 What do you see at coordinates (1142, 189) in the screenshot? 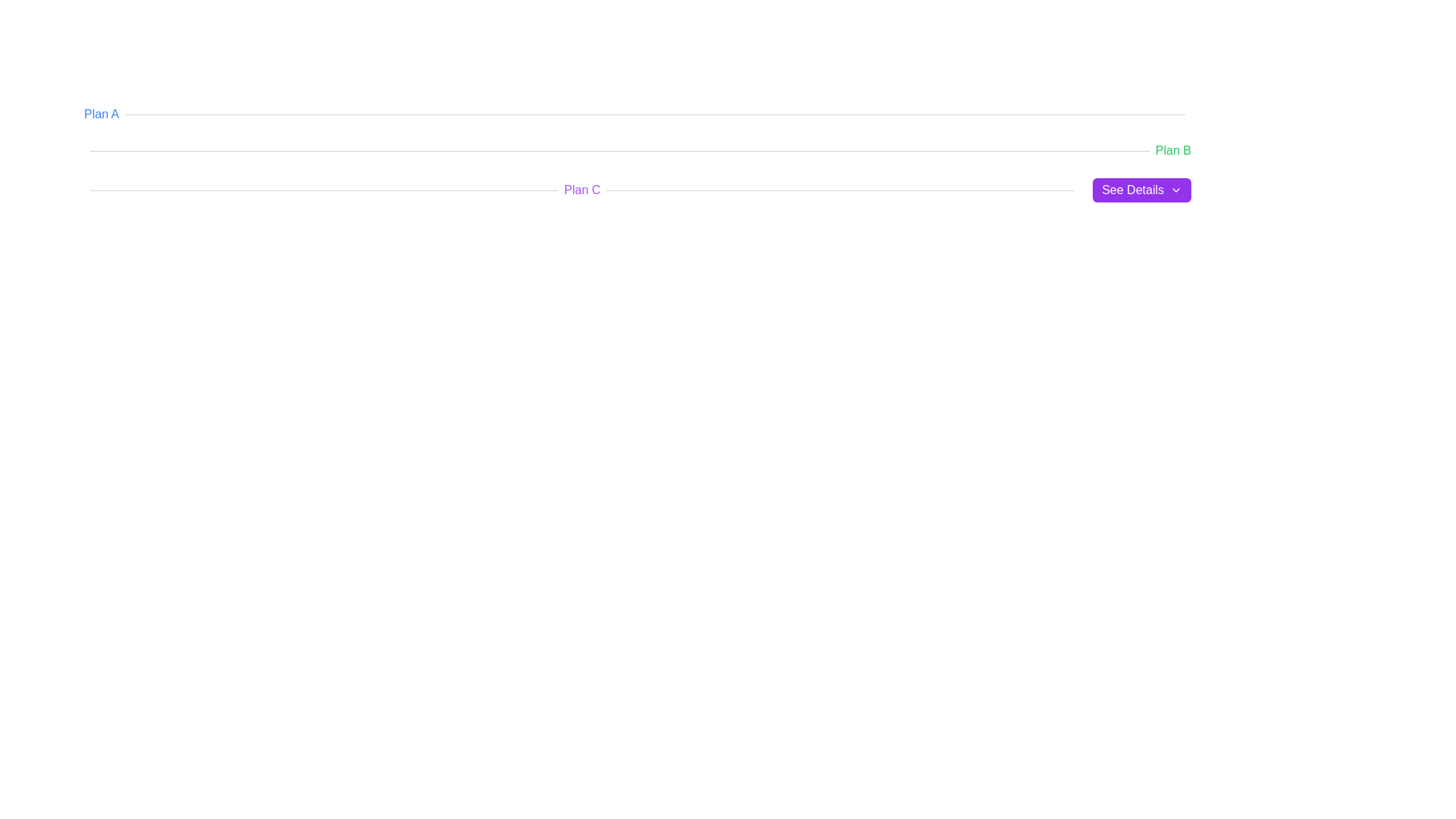
I see `the button located on the rightmost side of the row dedicated to 'Plan C'` at bounding box center [1142, 189].